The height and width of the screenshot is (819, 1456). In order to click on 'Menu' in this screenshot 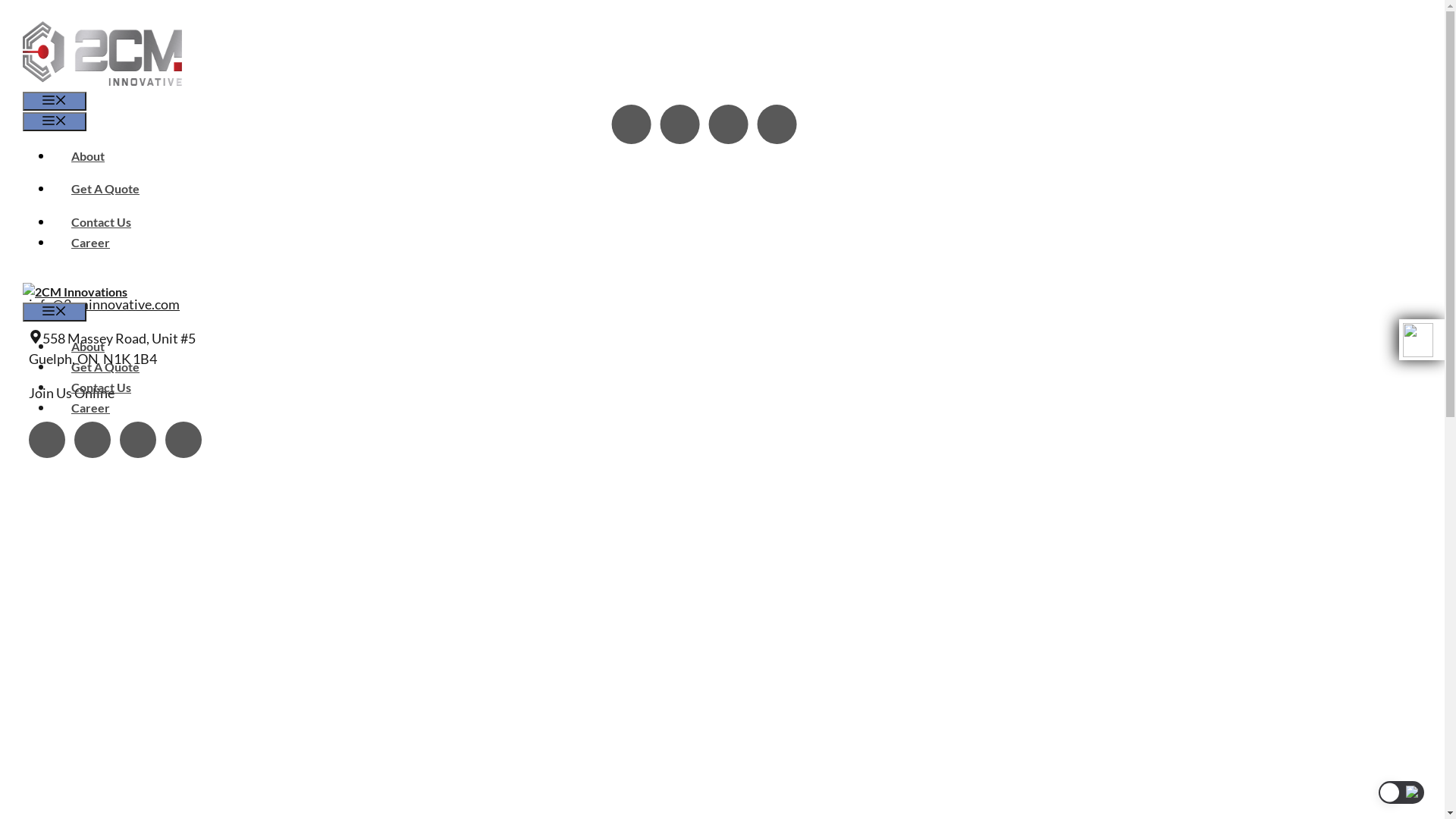, I will do `click(22, 121)`.